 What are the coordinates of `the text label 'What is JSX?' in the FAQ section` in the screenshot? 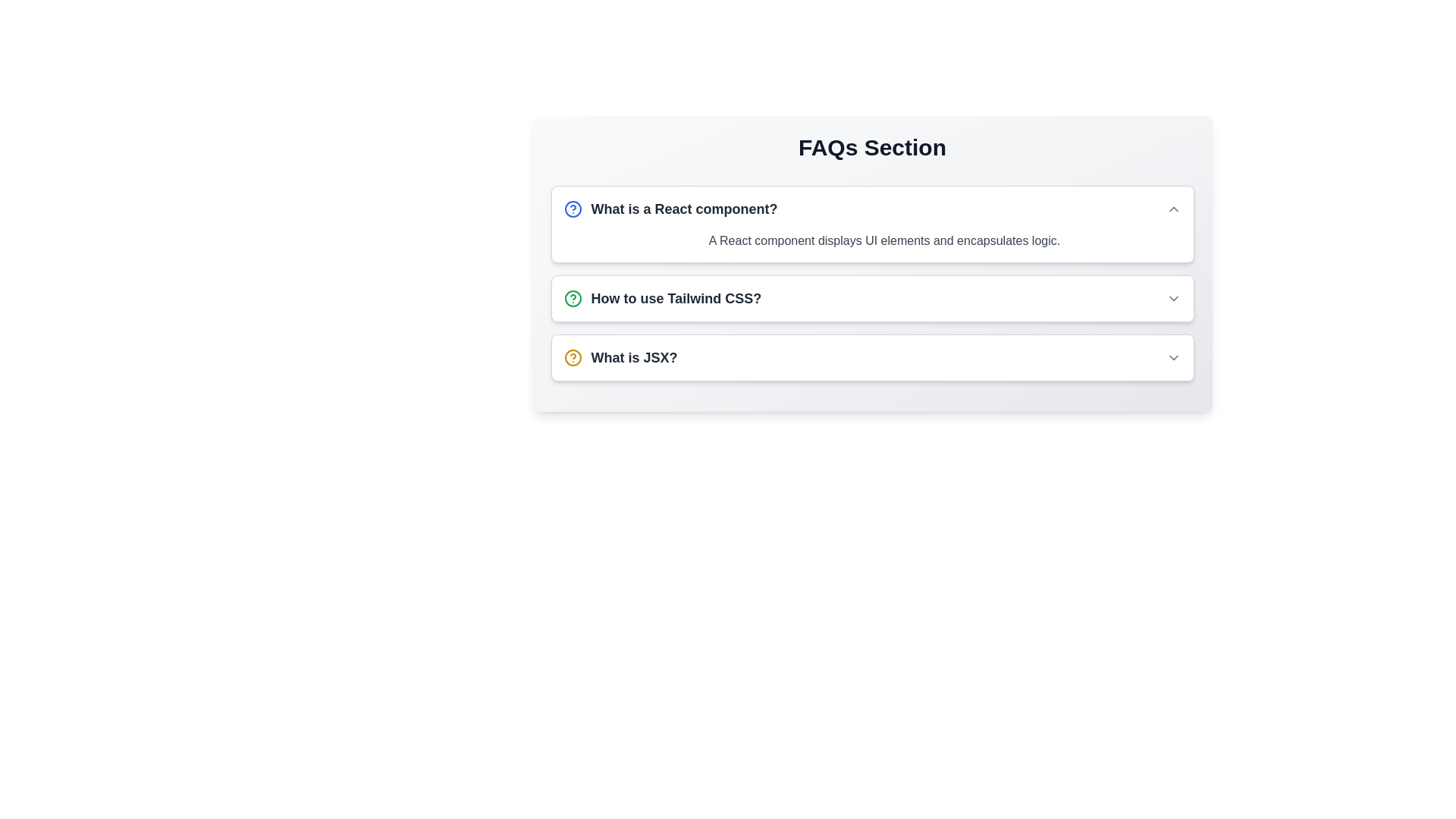 It's located at (620, 357).